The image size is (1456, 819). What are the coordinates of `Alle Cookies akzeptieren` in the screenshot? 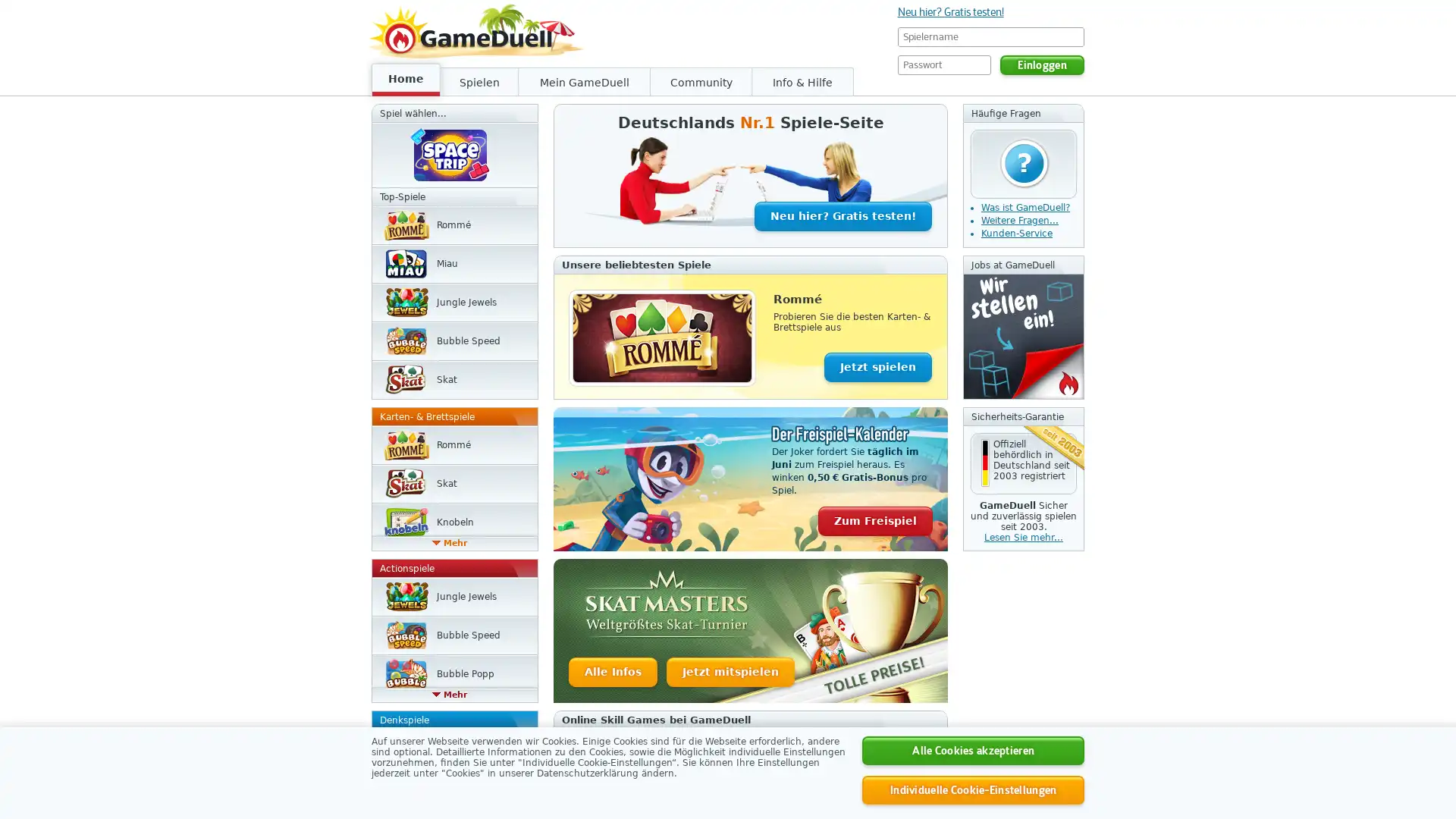 It's located at (973, 751).